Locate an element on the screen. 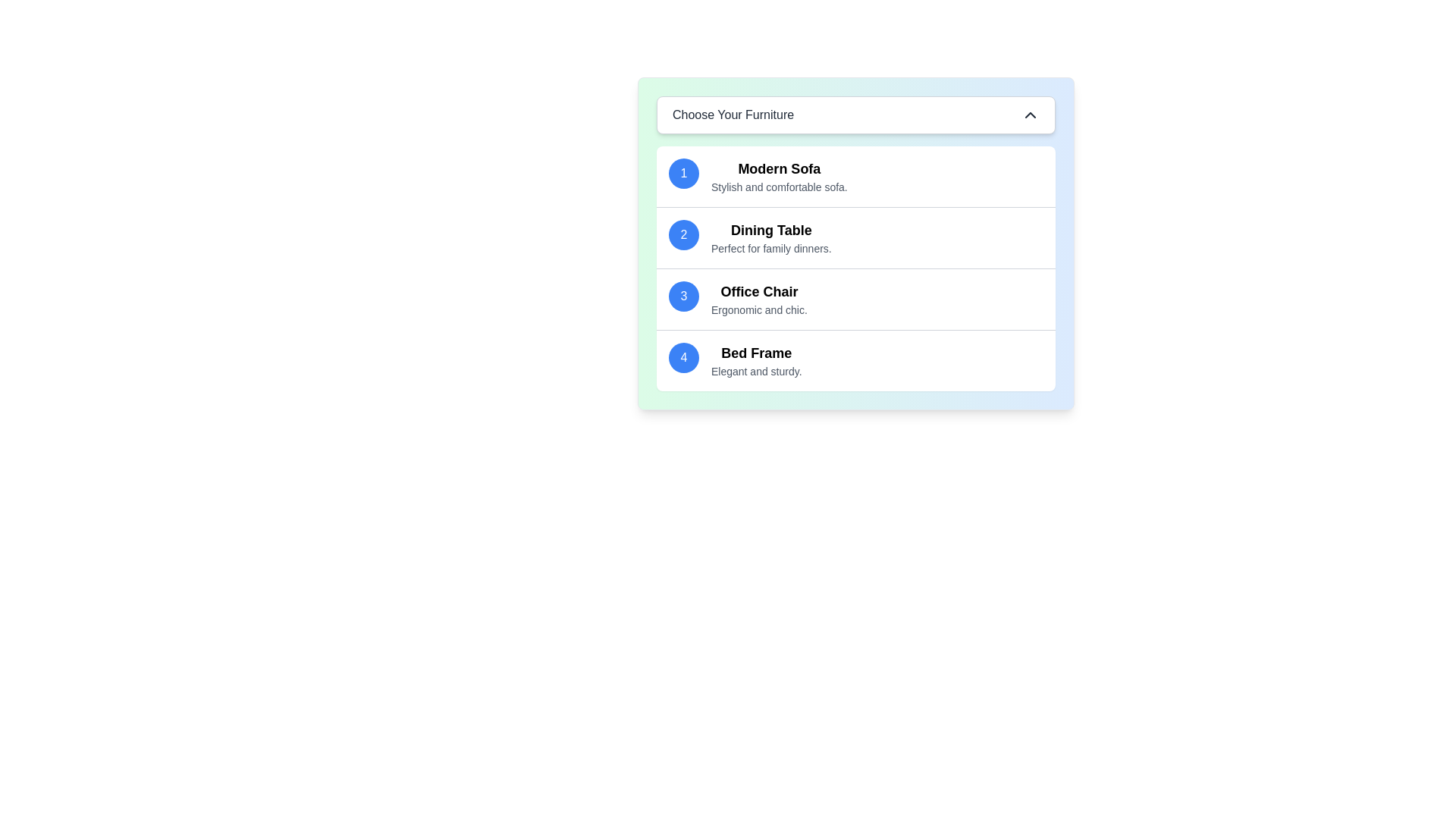  the second item in the vertically stacked list that describes the 'Dining Table' with its characteristics is located at coordinates (855, 243).